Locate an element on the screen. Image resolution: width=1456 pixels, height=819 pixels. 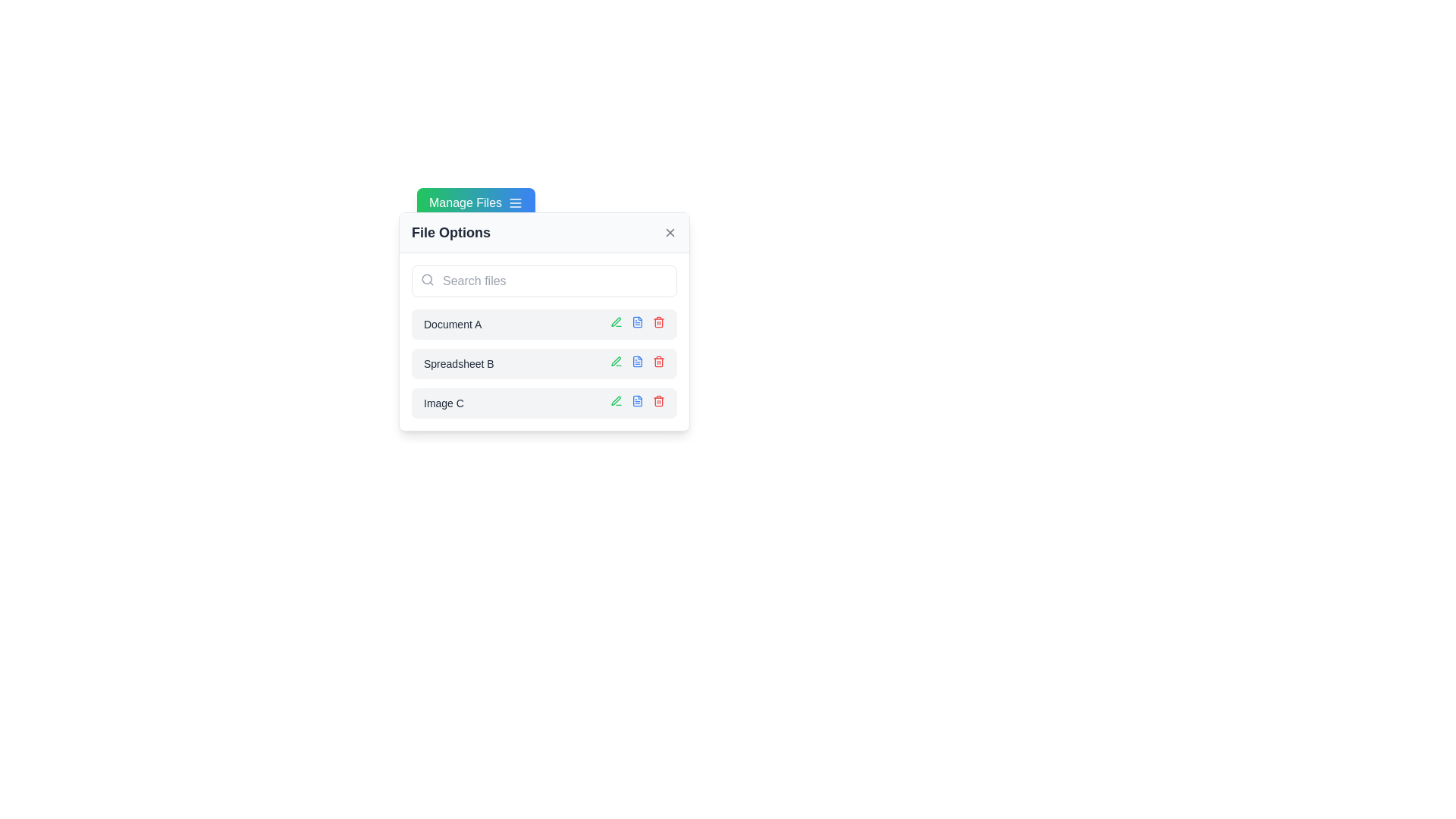
the small green pen icon button, which is the first in a row of interactive icons aligned horizontally, indicating an edit function is located at coordinates (616, 362).